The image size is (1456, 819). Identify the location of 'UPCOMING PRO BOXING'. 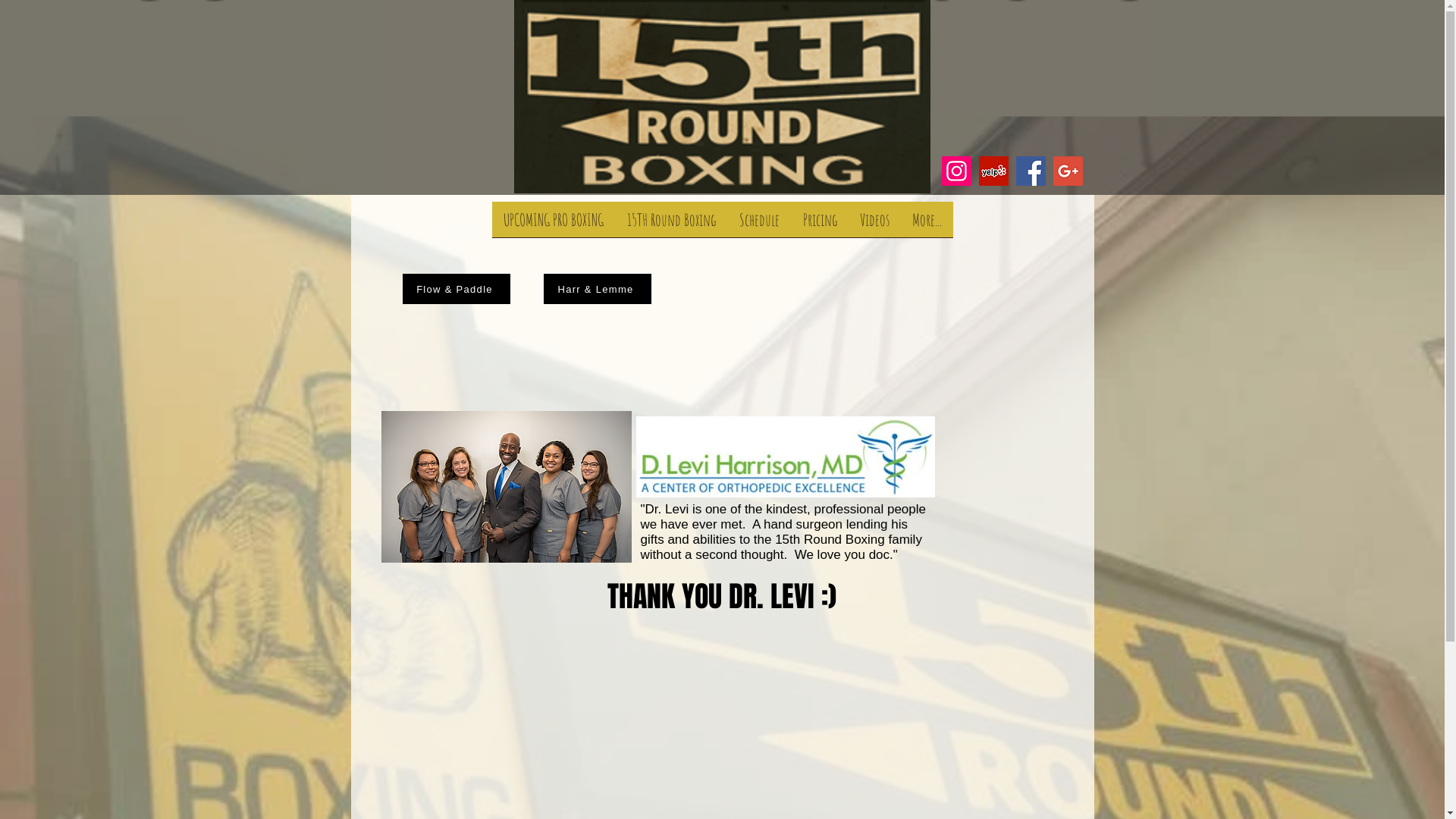
(552, 224).